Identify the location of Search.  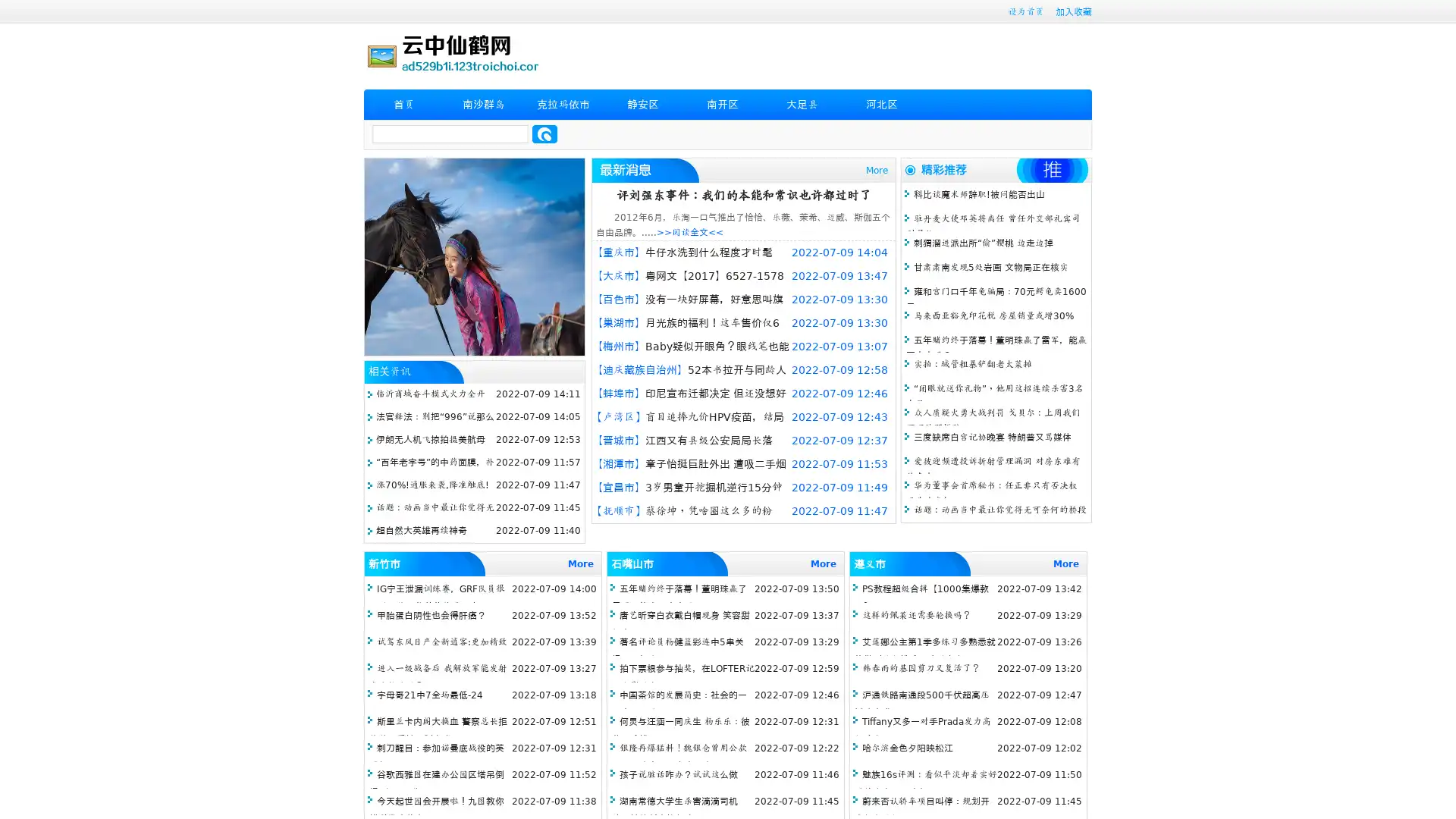
(544, 133).